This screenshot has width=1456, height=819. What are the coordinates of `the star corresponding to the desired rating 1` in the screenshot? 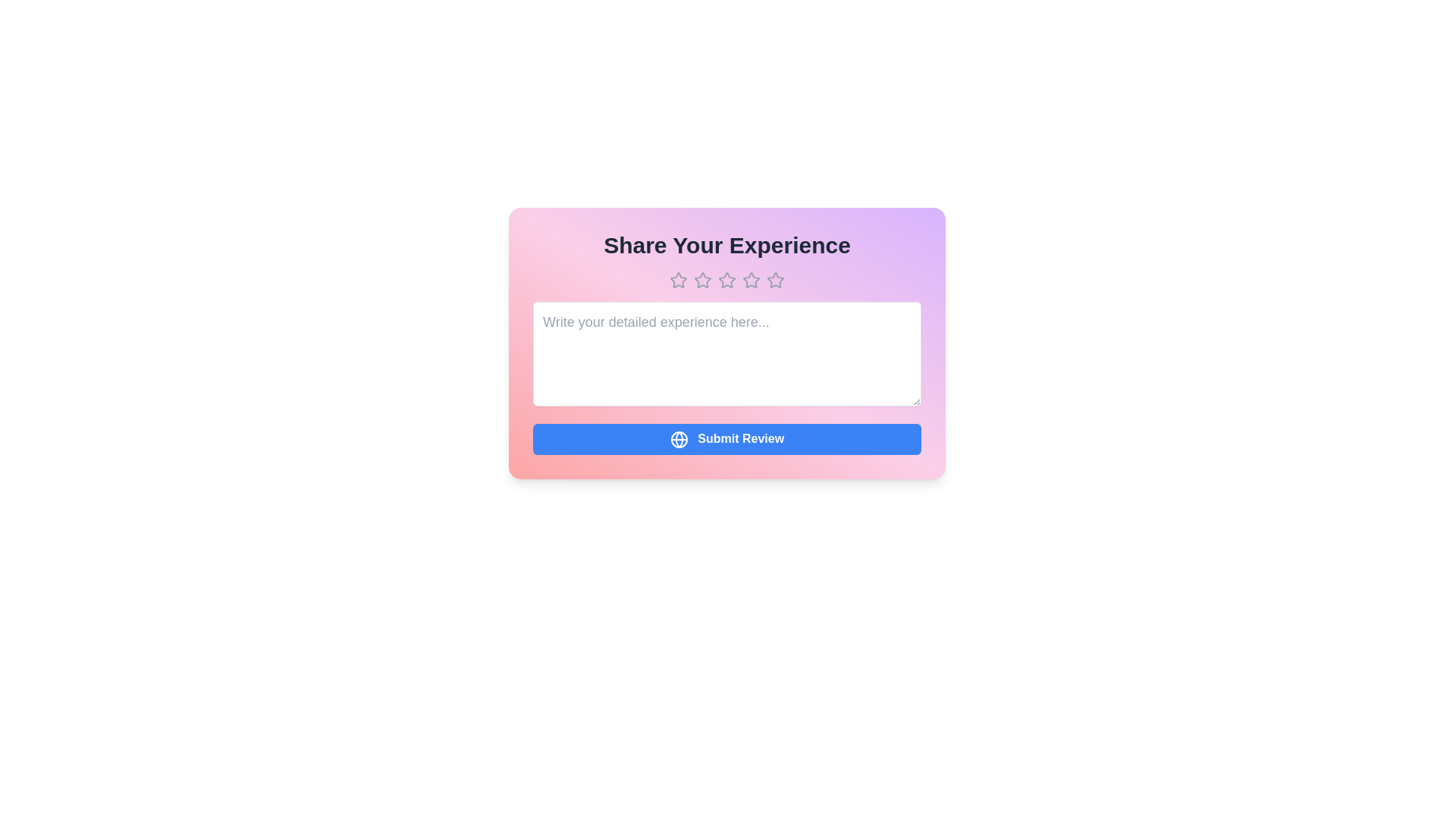 It's located at (677, 281).